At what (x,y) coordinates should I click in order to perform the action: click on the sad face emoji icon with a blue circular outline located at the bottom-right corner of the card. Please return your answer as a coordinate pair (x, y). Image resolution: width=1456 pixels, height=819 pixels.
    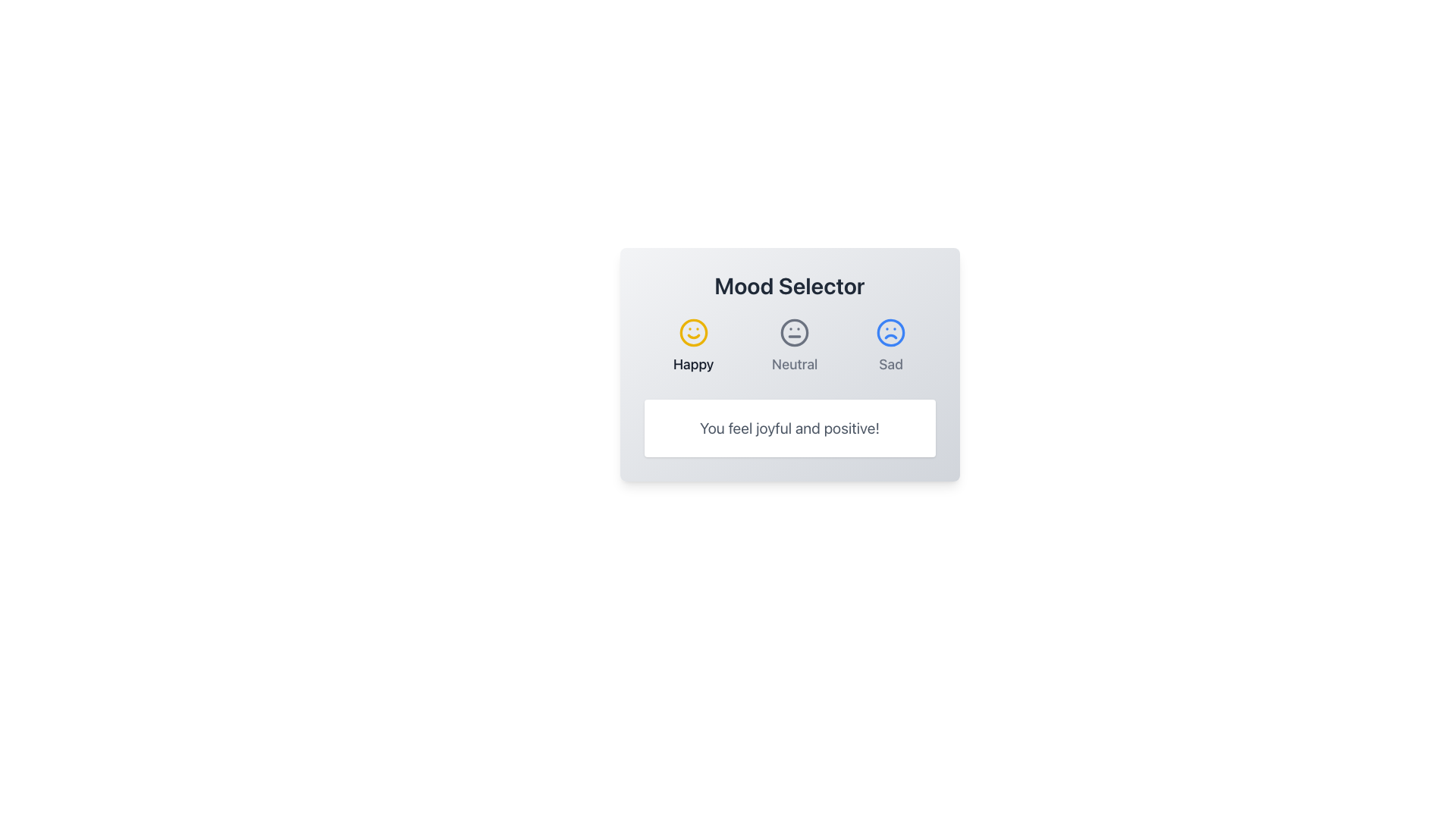
    Looking at the image, I should click on (891, 332).